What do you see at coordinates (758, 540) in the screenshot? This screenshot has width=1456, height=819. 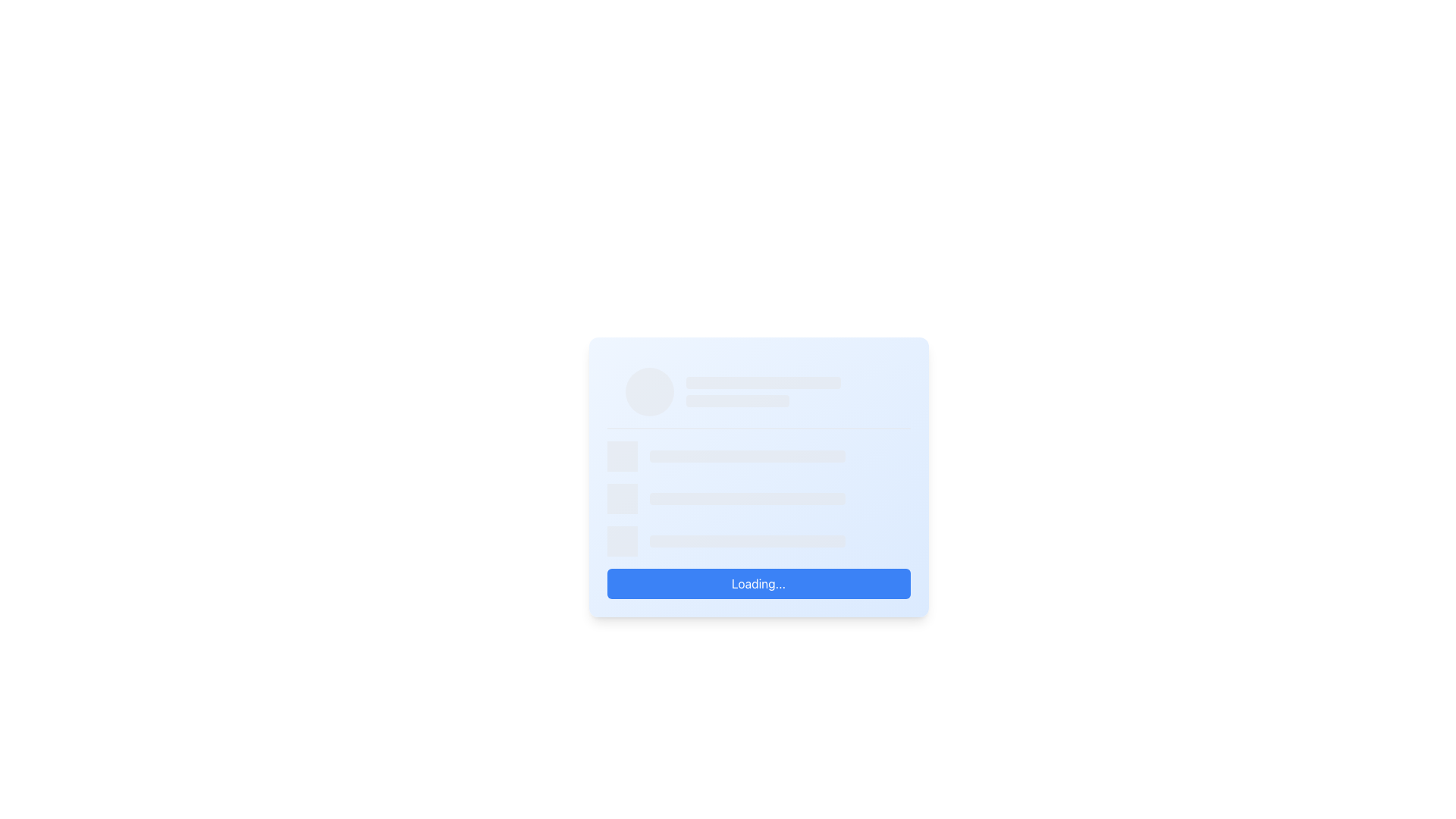 I see `the loading animation of the grey, rounded rectangle placeholder loading bar located in the third slot of the vertical layout, positioned above the blue button labeled 'Loading...'` at bounding box center [758, 540].